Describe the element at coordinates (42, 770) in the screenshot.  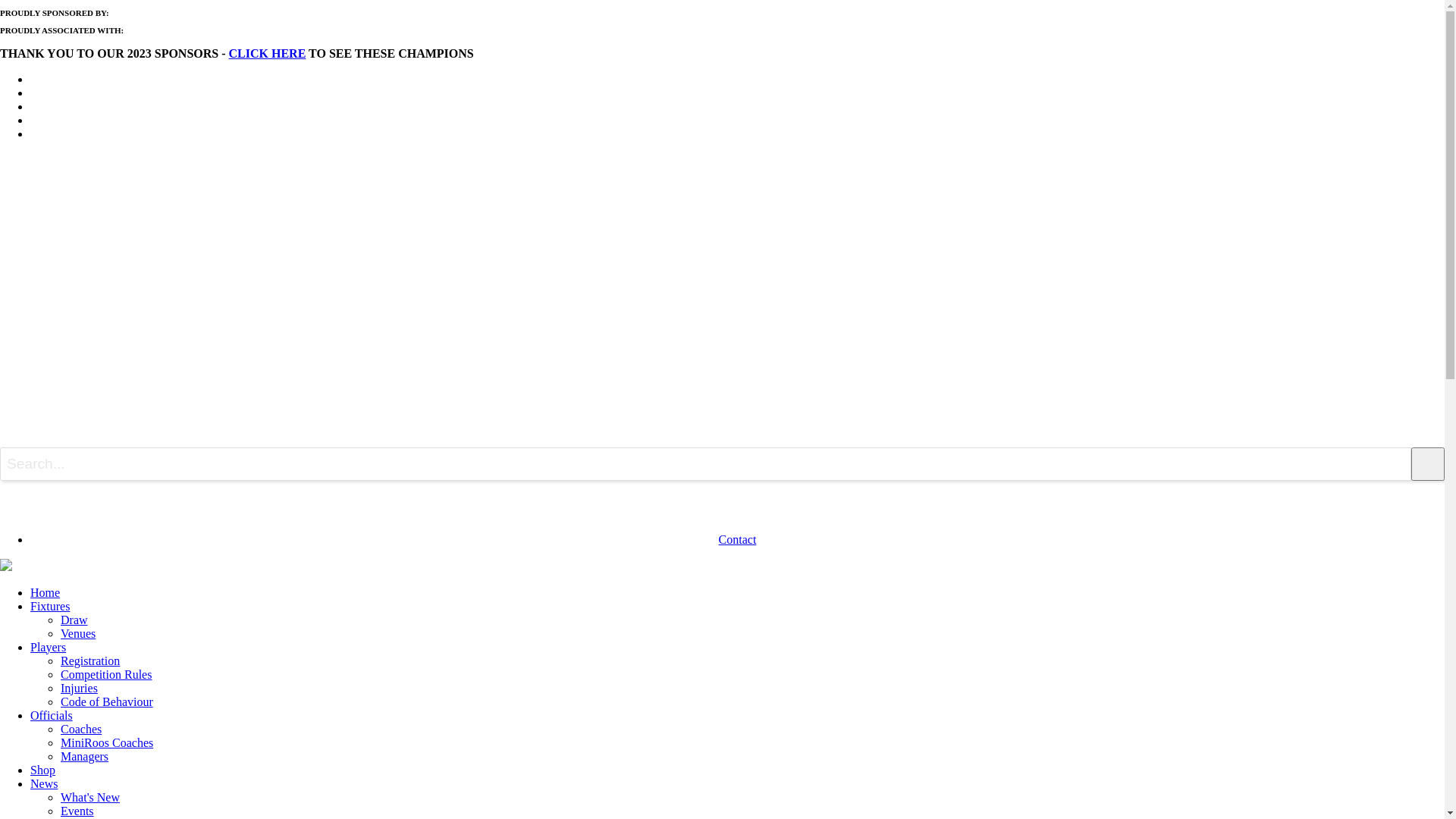
I see `'Shop'` at that location.